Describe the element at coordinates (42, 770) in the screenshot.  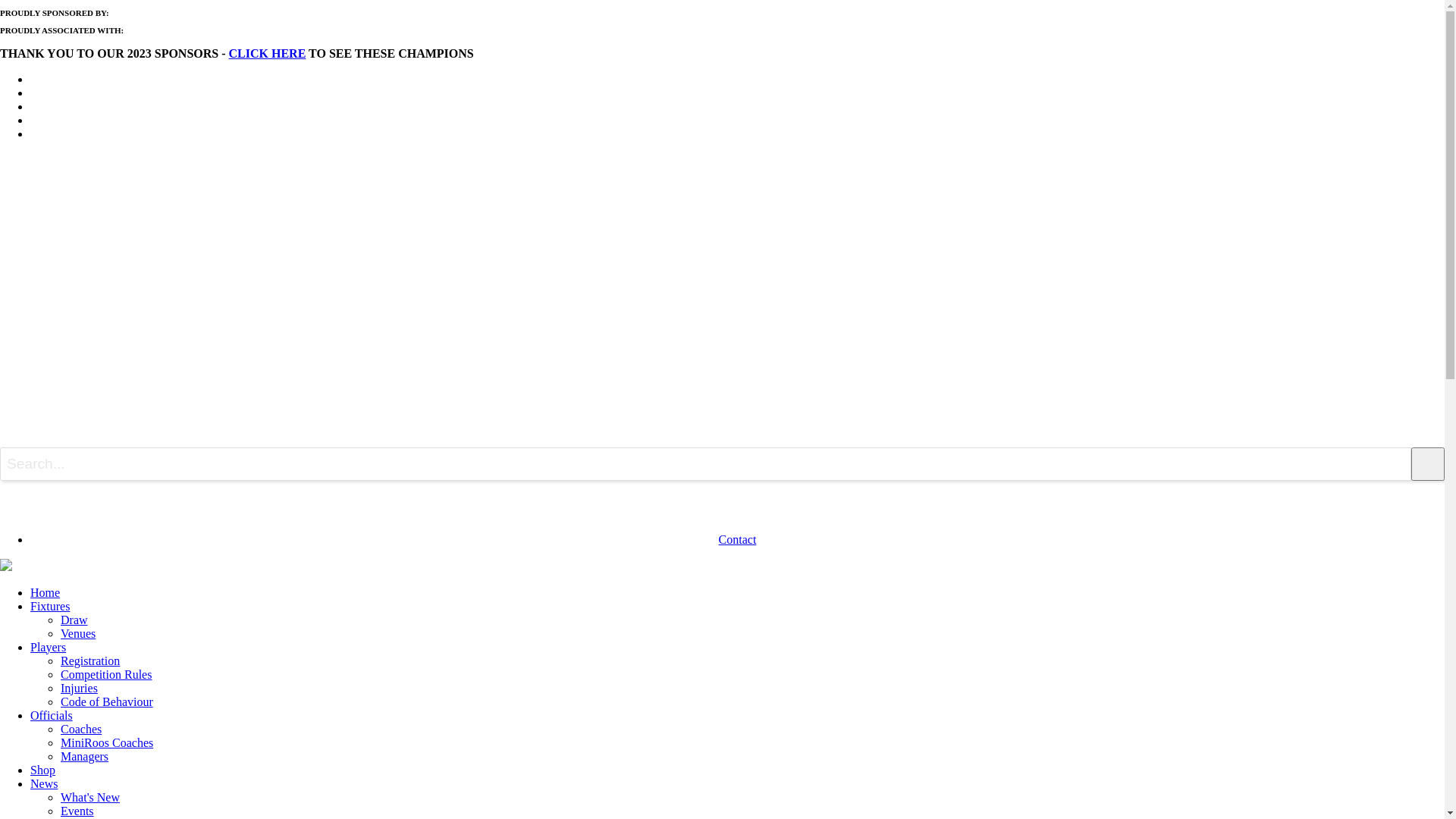
I see `'Shop'` at that location.